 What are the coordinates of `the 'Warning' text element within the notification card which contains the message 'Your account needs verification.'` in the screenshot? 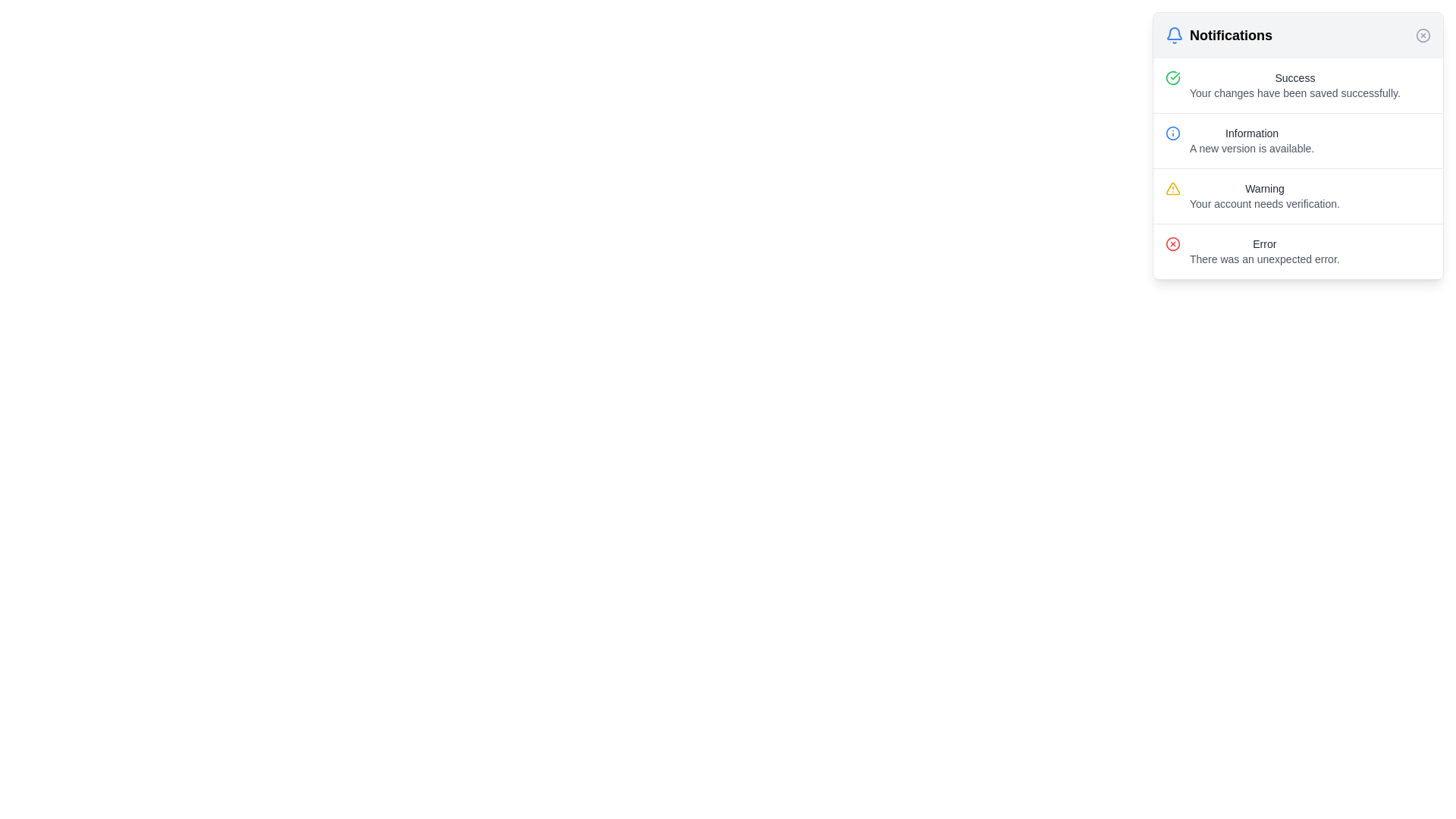 It's located at (1264, 195).